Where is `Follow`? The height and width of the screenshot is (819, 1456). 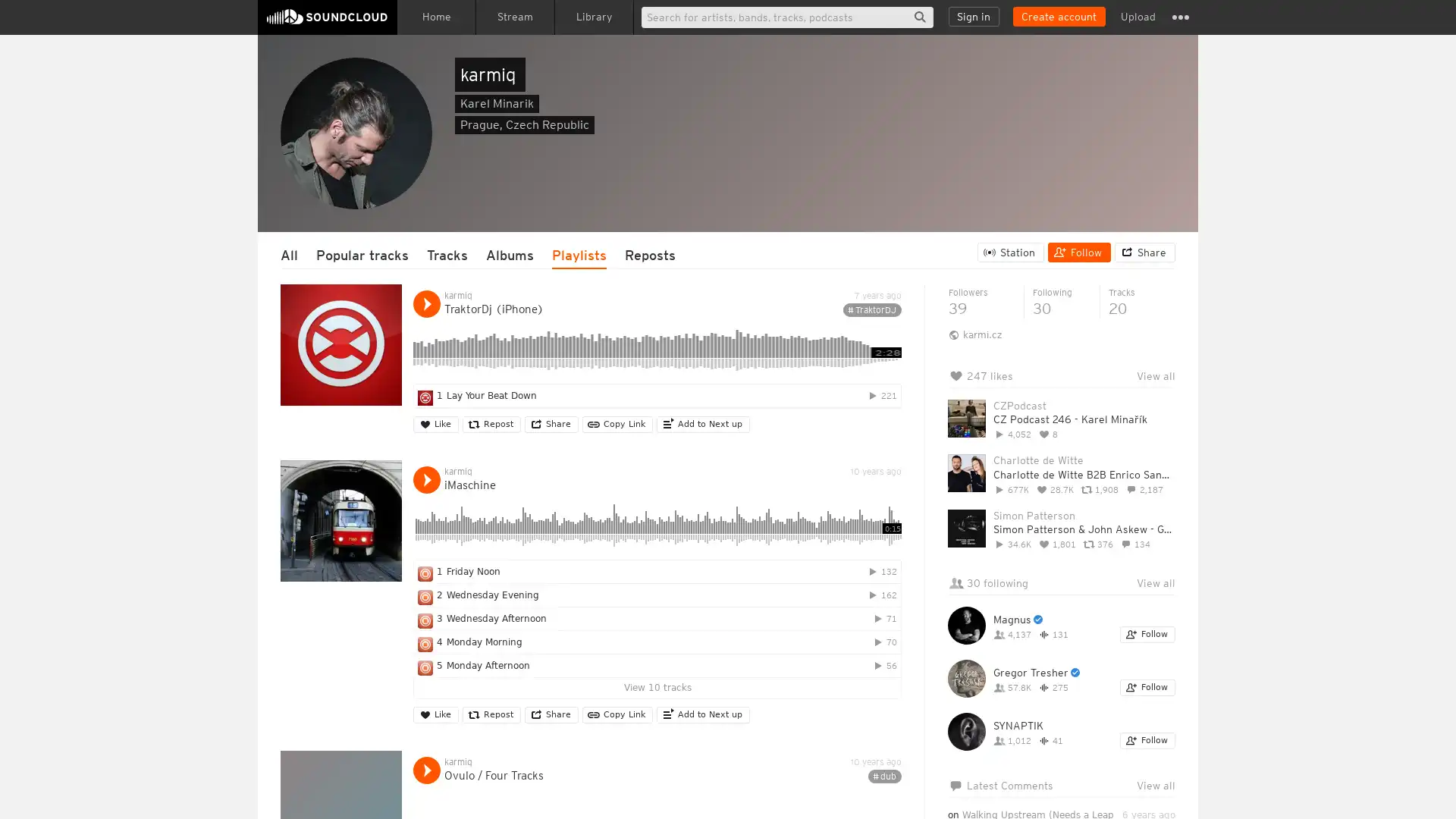
Follow is located at coordinates (1078, 251).